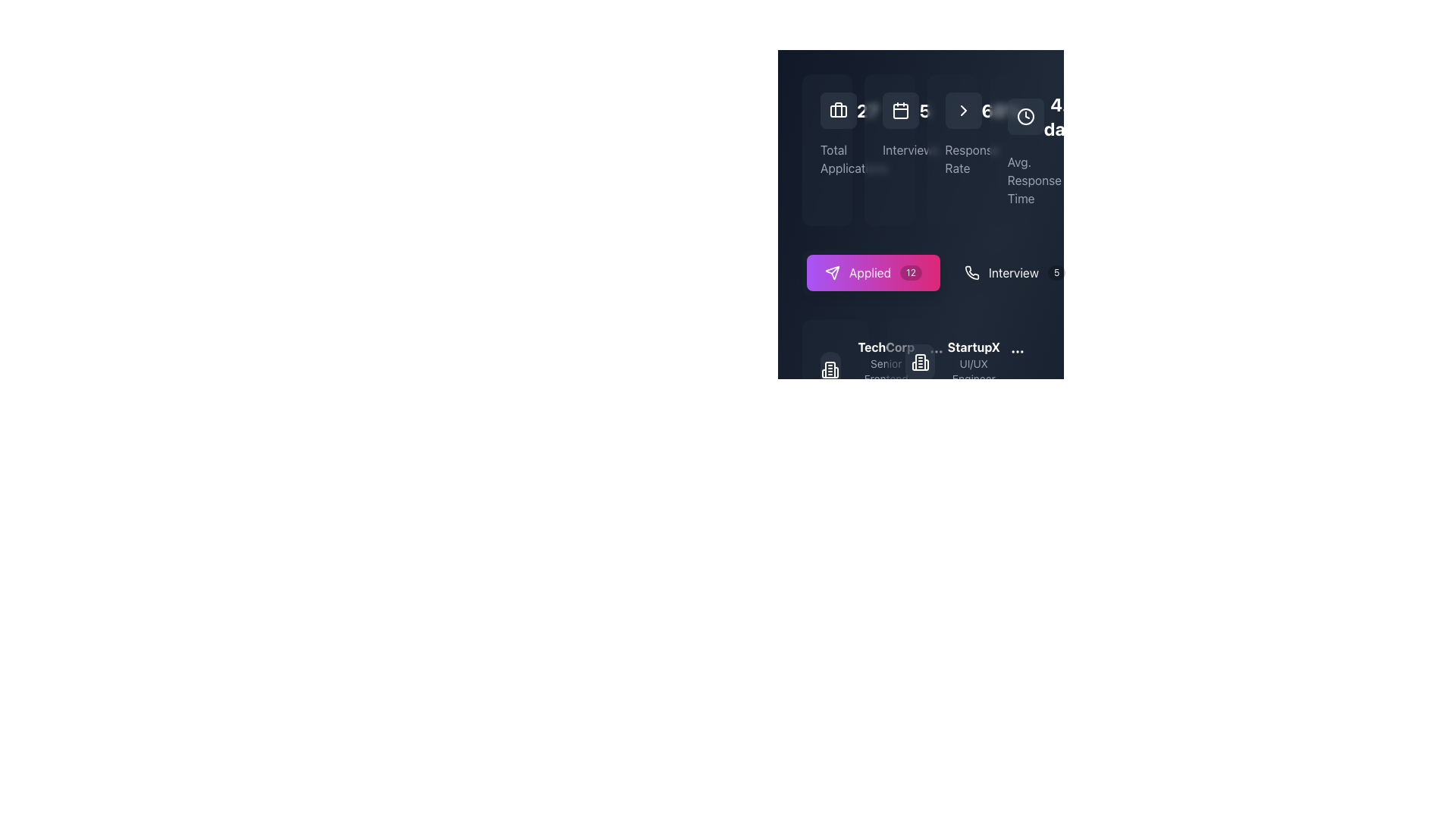  What do you see at coordinates (837, 110) in the screenshot?
I see `the suitcase icon, which features a minimalistic SVG design with a rectangular body and rounded corners, located at the top-left side of the UI section` at bounding box center [837, 110].